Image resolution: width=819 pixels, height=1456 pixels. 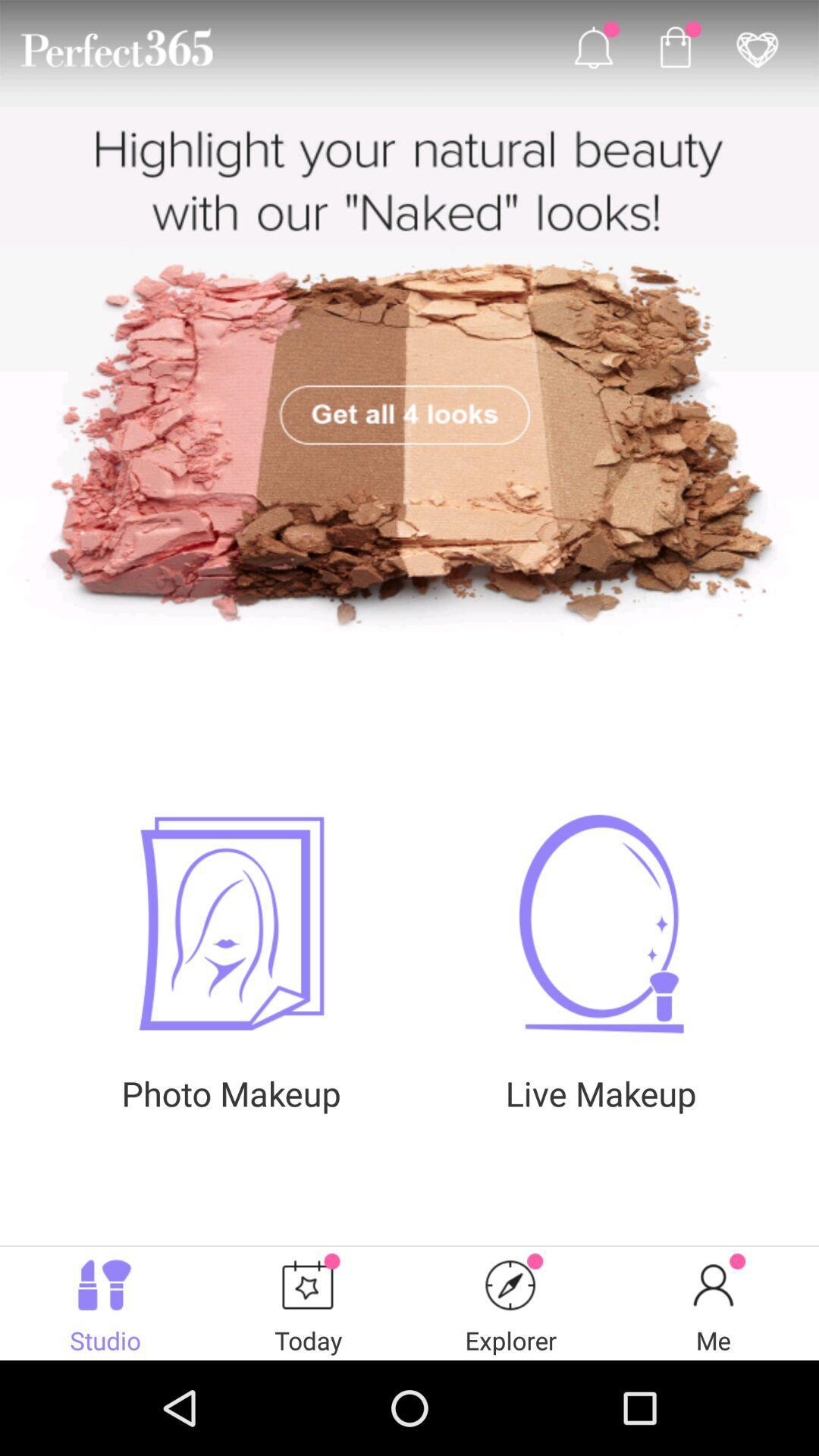 I want to click on the bell icon on the web page, so click(x=593, y=47).